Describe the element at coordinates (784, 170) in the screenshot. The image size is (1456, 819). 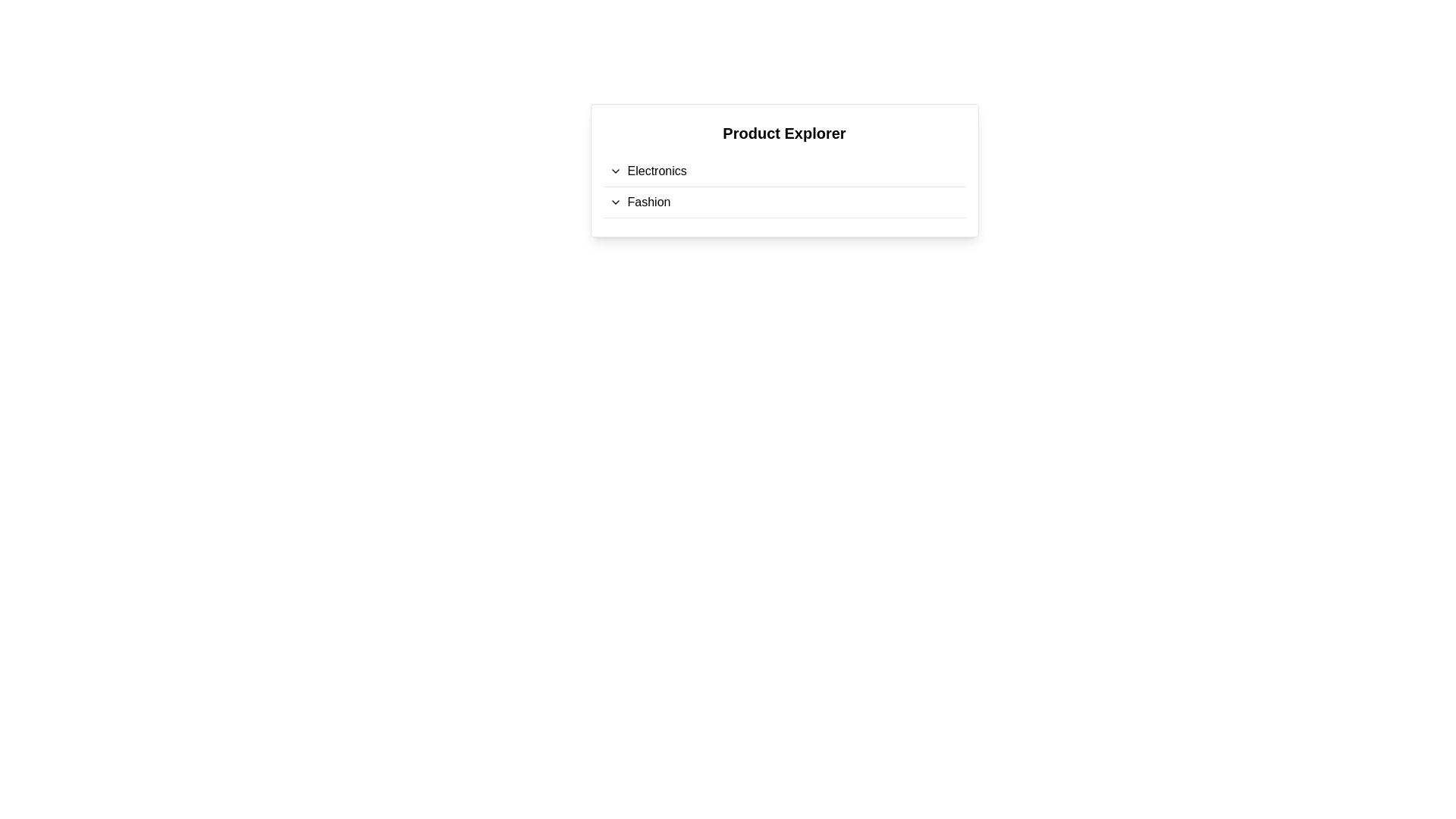
I see `the 'Product Explorer' category title within the bordered and shadowed rectangular card that contains interactive entries labeled 'Electronics' and 'Fashion'` at that location.